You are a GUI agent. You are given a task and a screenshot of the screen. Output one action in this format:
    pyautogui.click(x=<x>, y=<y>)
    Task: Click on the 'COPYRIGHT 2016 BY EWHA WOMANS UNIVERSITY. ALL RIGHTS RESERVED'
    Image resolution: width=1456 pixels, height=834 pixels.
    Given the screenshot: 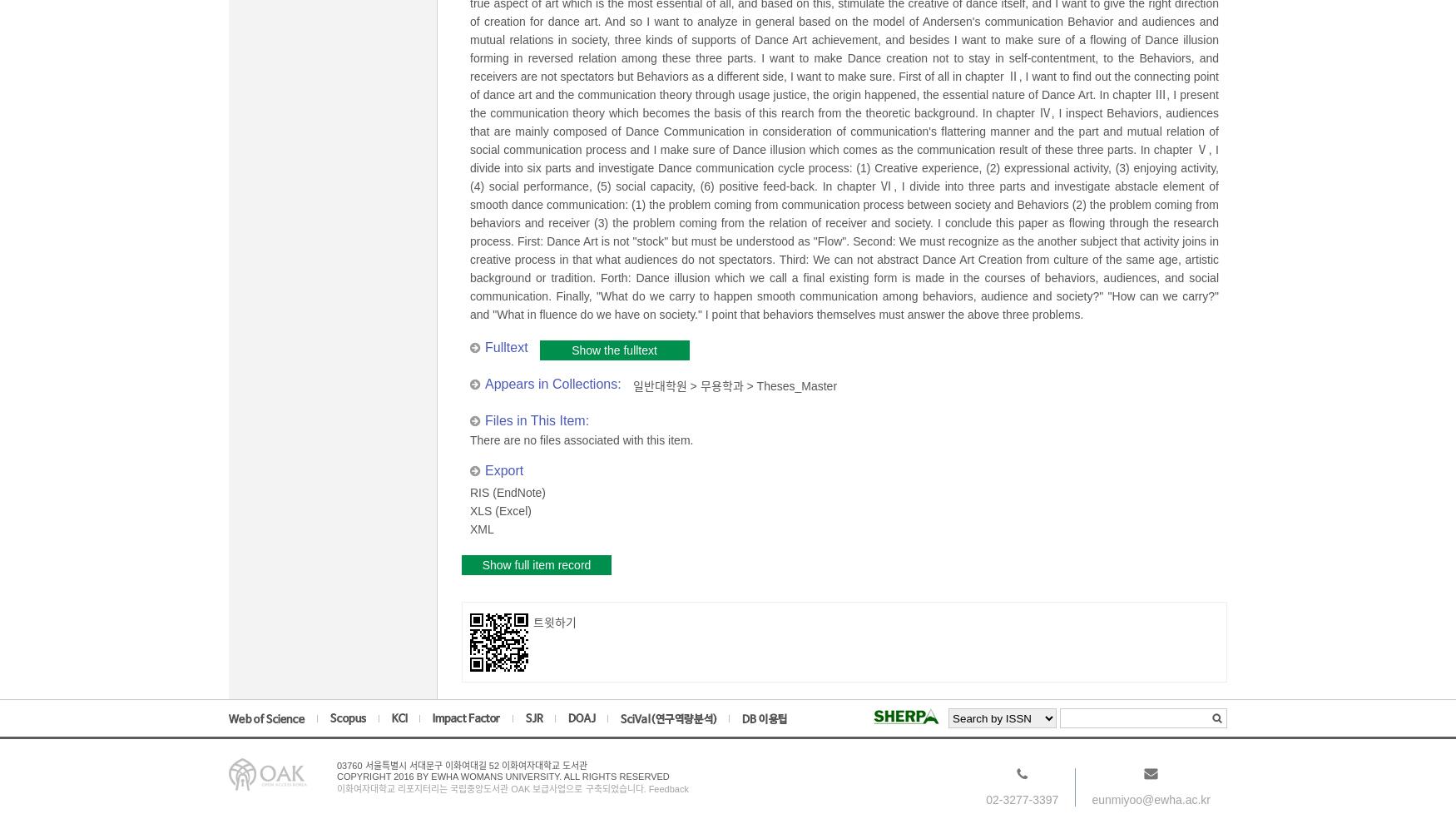 What is the action you would take?
    pyautogui.click(x=503, y=775)
    